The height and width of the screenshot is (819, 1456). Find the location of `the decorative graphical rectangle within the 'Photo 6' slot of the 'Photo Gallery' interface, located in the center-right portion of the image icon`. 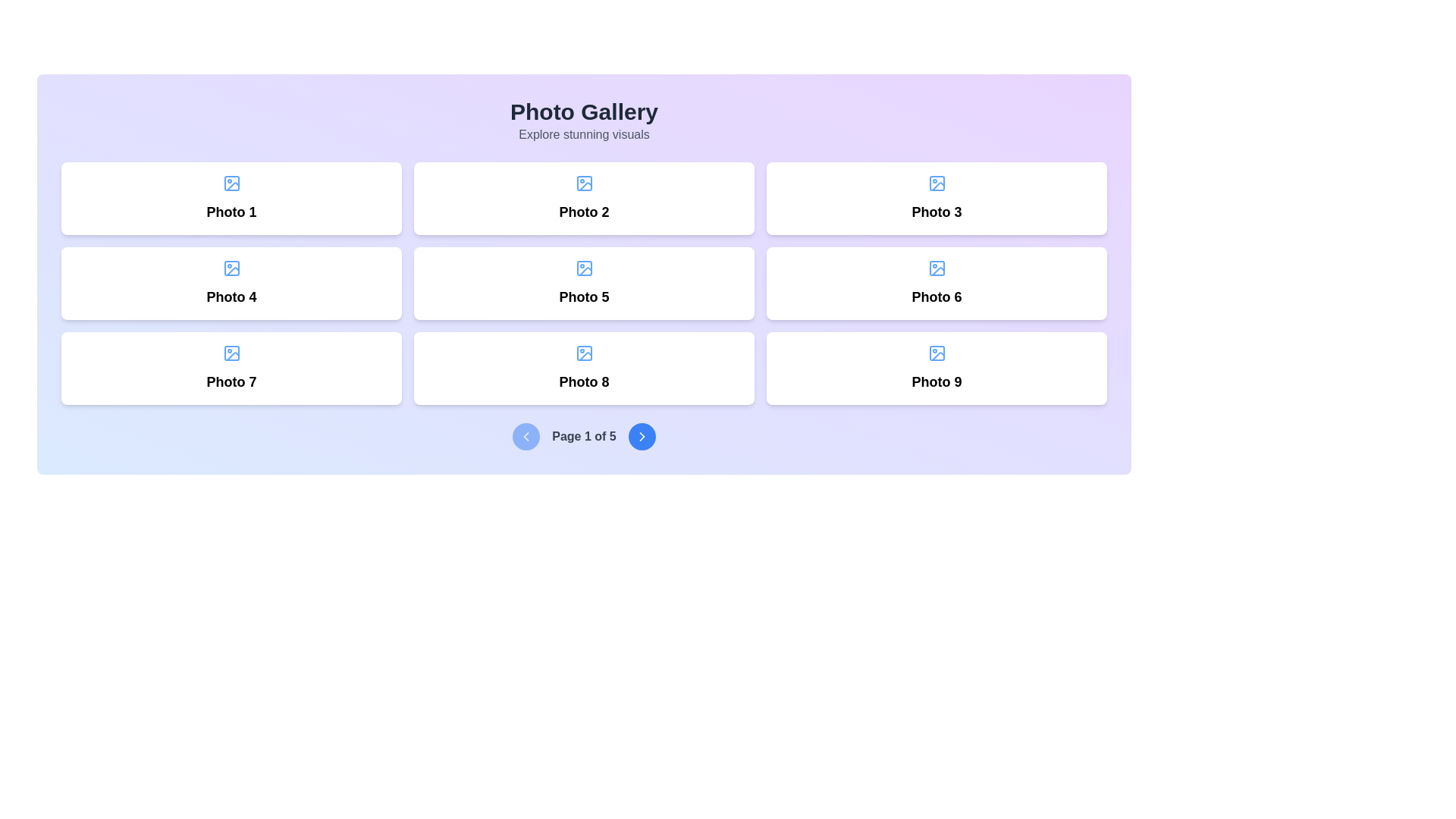

the decorative graphical rectangle within the 'Photo 6' slot of the 'Photo Gallery' interface, located in the center-right portion of the image icon is located at coordinates (936, 268).